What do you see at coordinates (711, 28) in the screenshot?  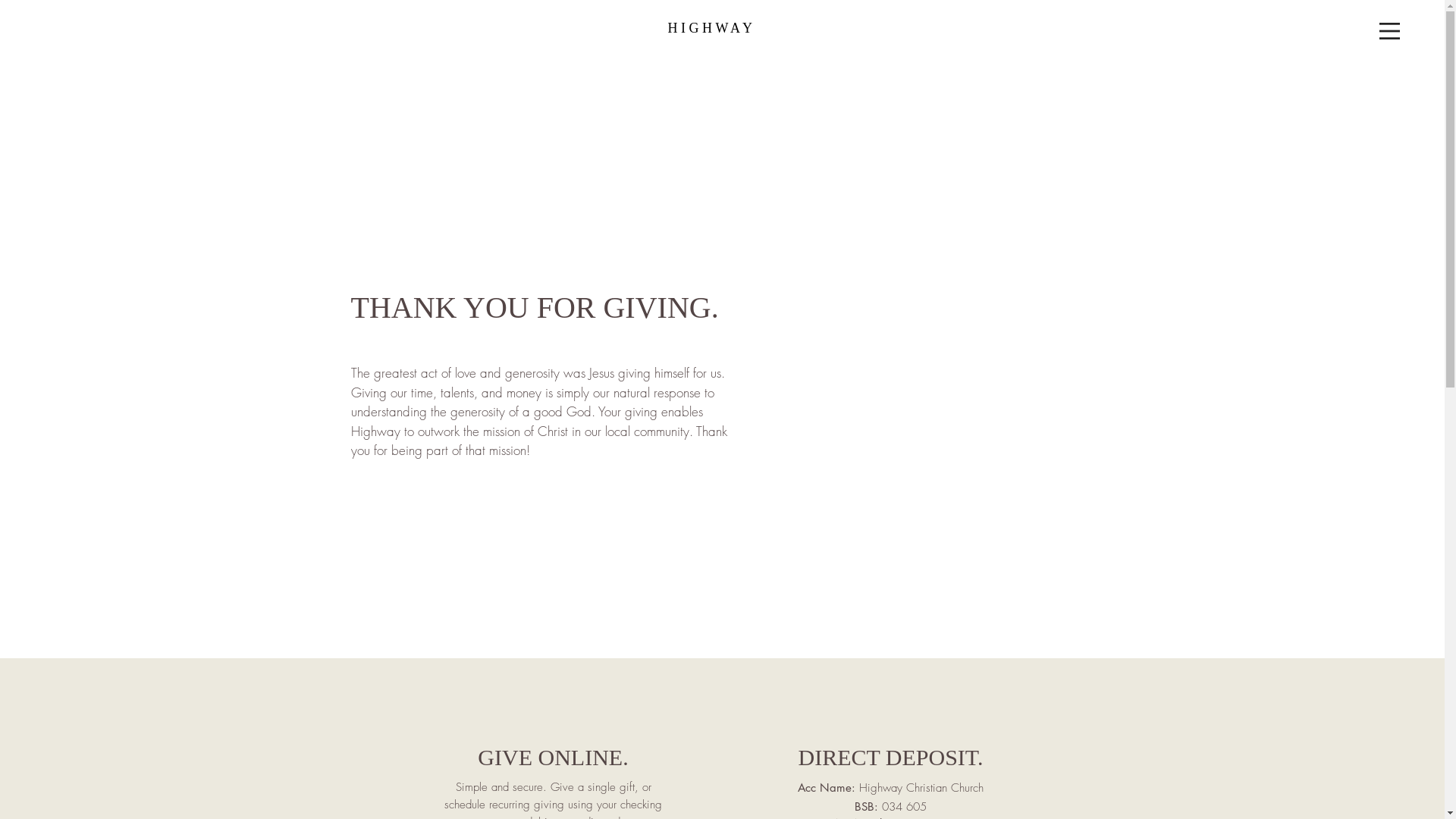 I see `'HIGHWAY'` at bounding box center [711, 28].